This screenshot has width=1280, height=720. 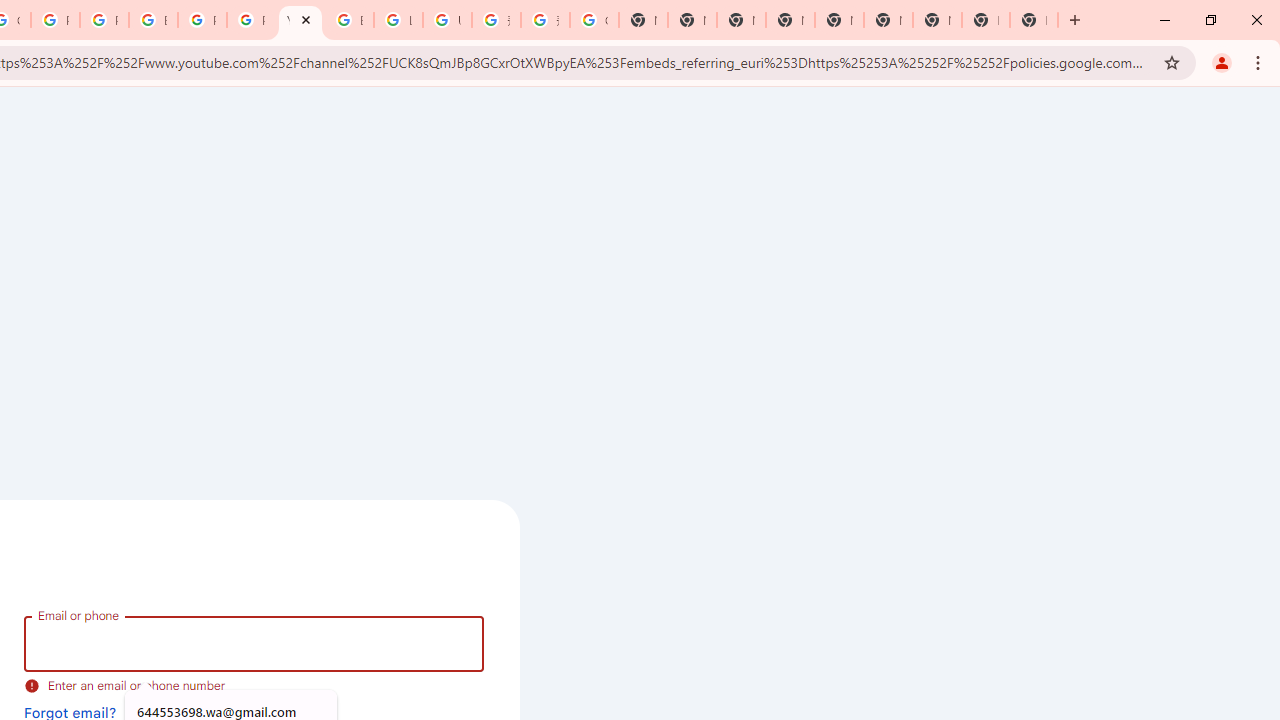 I want to click on 'Google Images', so click(x=593, y=20).